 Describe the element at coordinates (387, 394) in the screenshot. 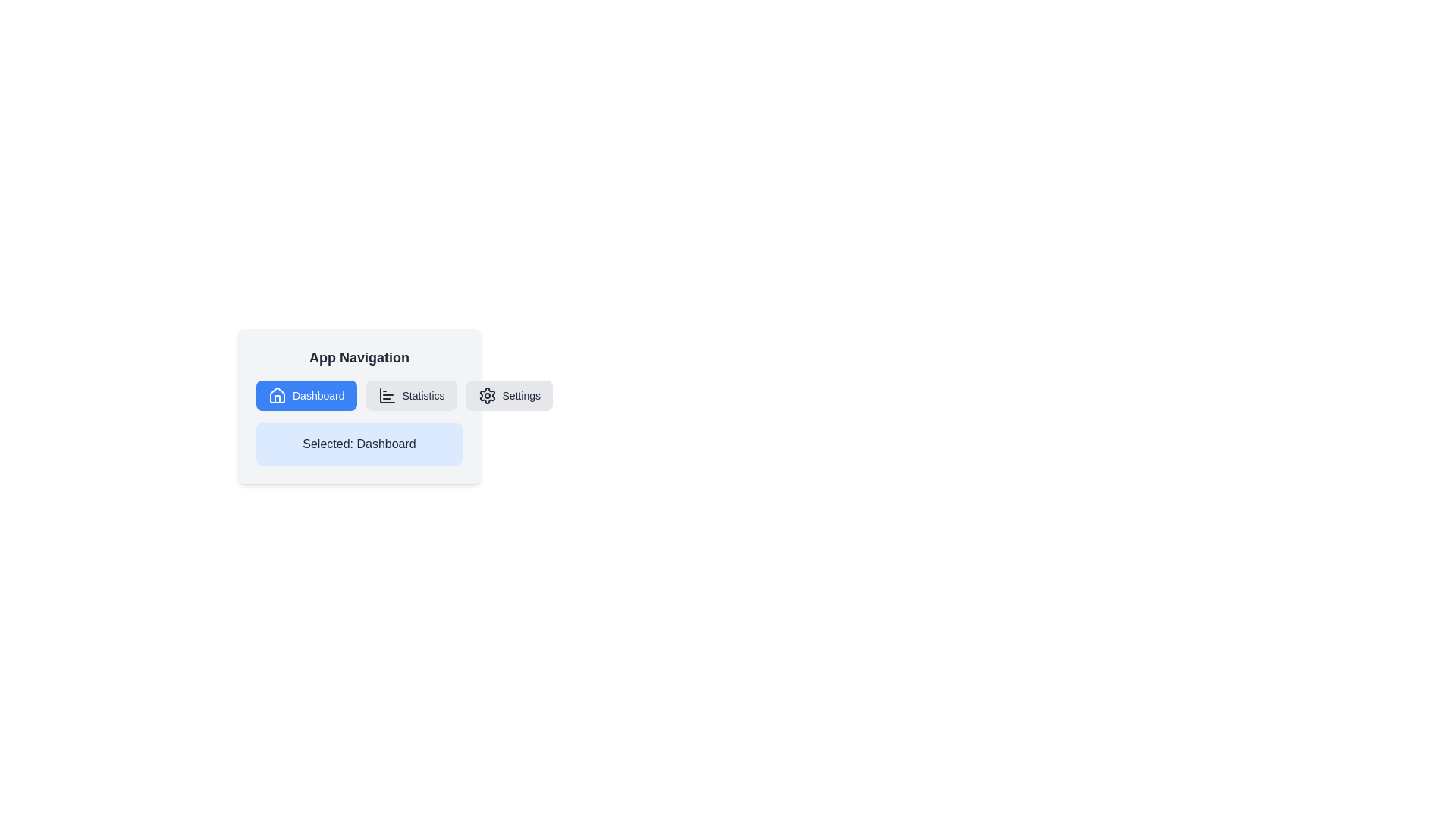

I see `the bar chart icon located to the left of the 'Statistics' label` at that location.